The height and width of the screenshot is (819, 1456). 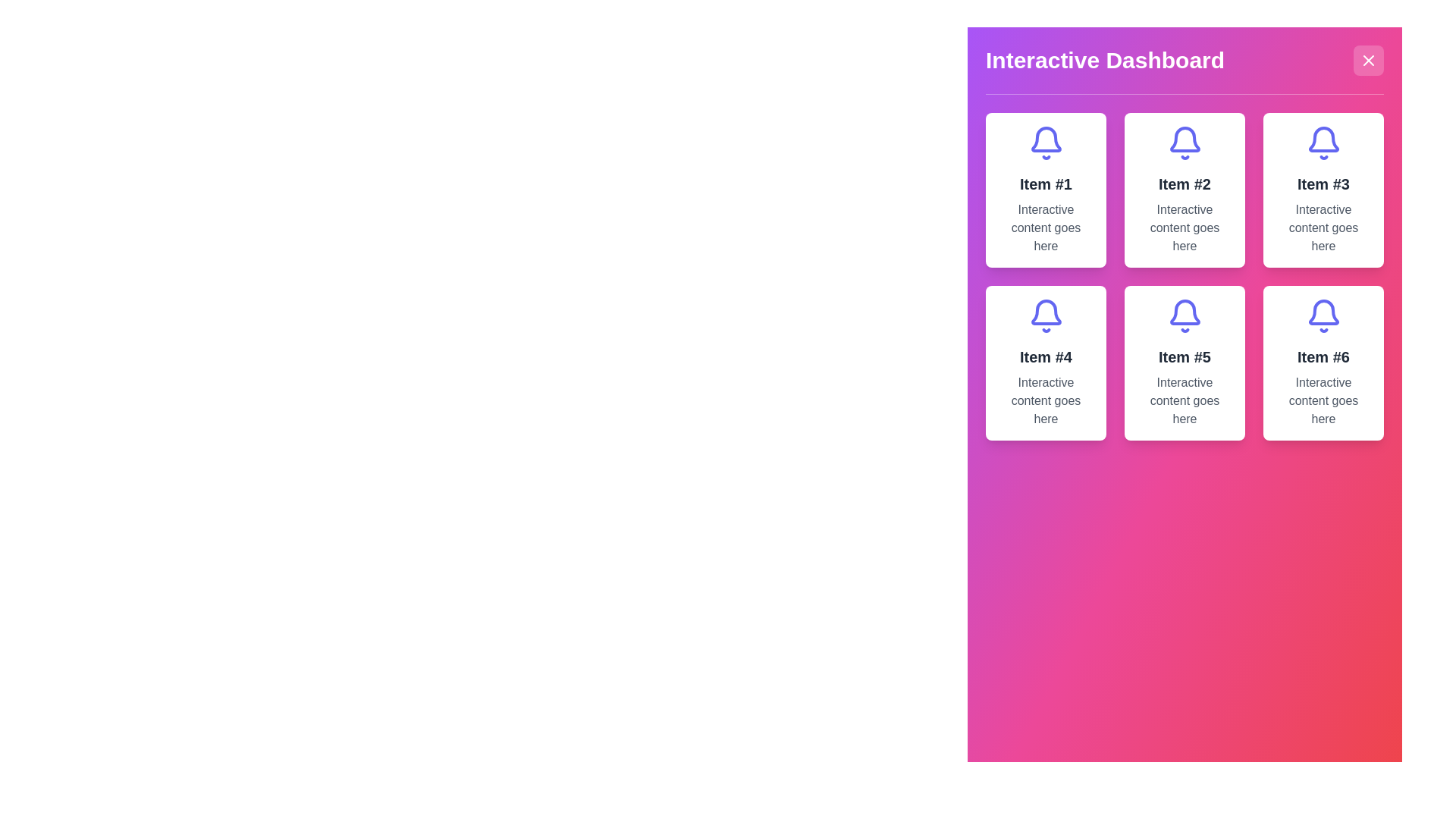 I want to click on the informational card displaying 'Item #4' with a bell icon, located in the second row, first column of the interactive dashboard, so click(x=1045, y=362).